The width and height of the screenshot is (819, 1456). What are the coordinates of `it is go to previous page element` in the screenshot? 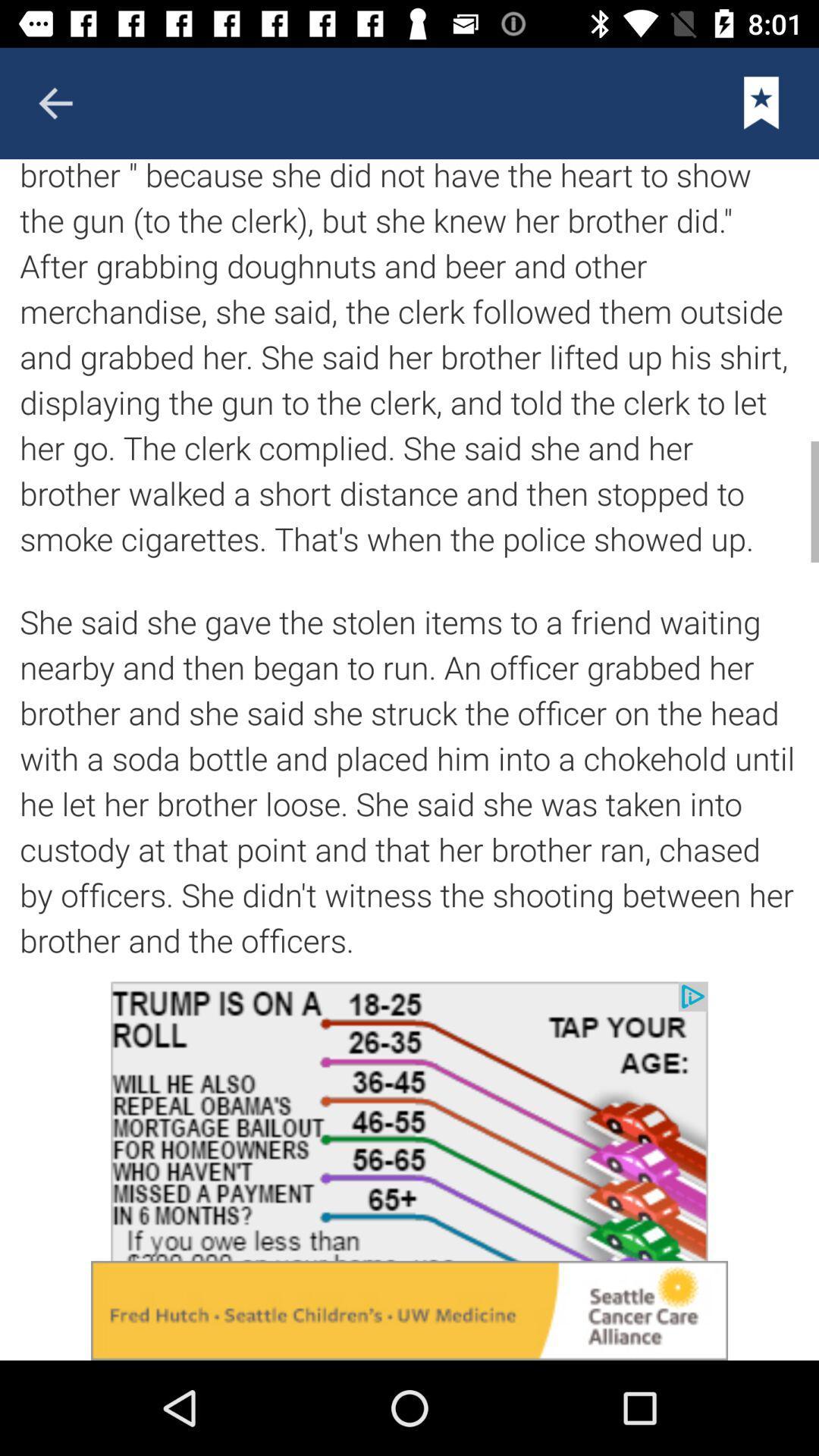 It's located at (55, 102).